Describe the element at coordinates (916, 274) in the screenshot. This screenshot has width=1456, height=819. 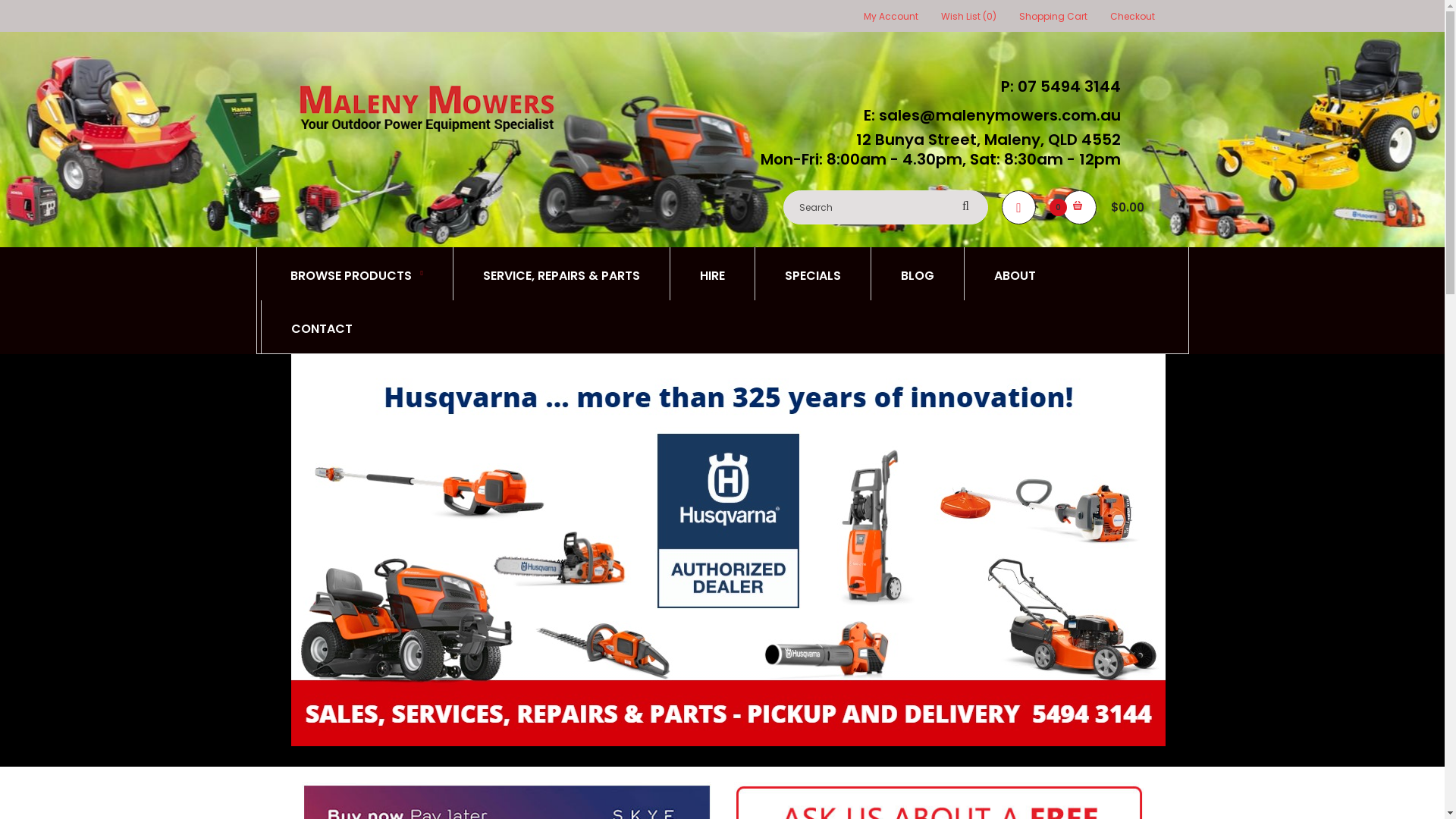
I see `'BLOG'` at that location.